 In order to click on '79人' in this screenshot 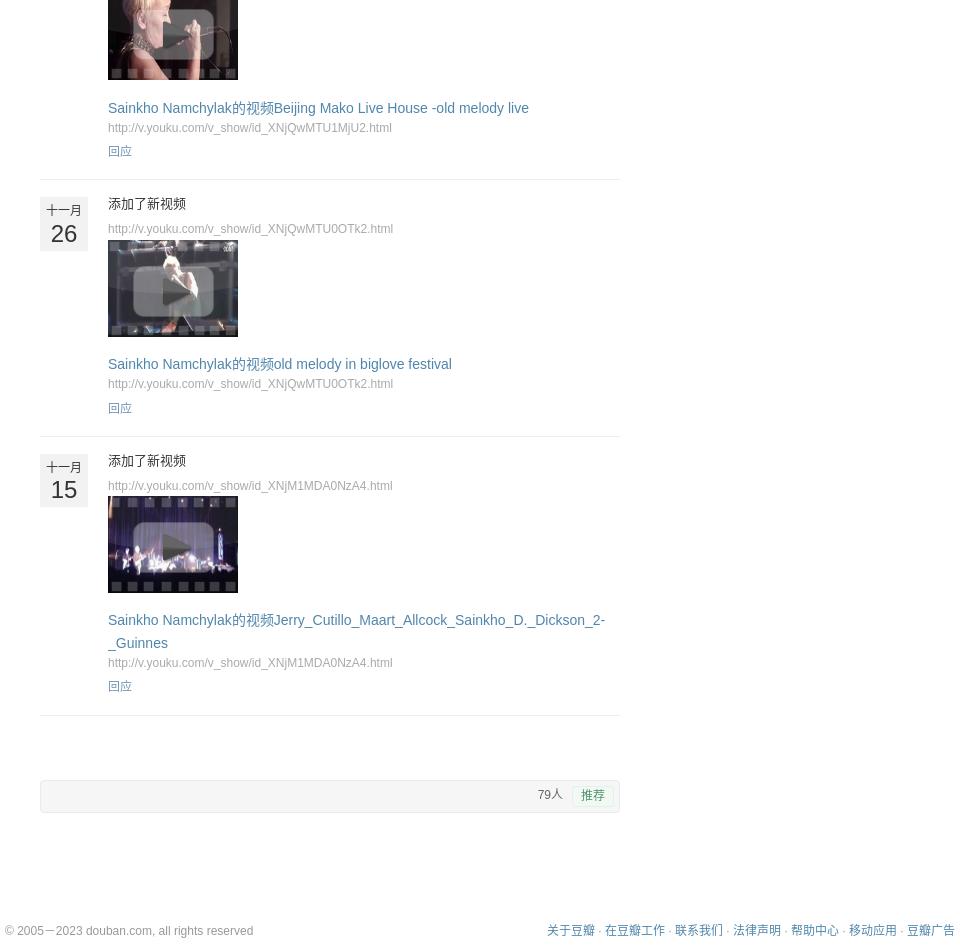, I will do `click(549, 793)`.